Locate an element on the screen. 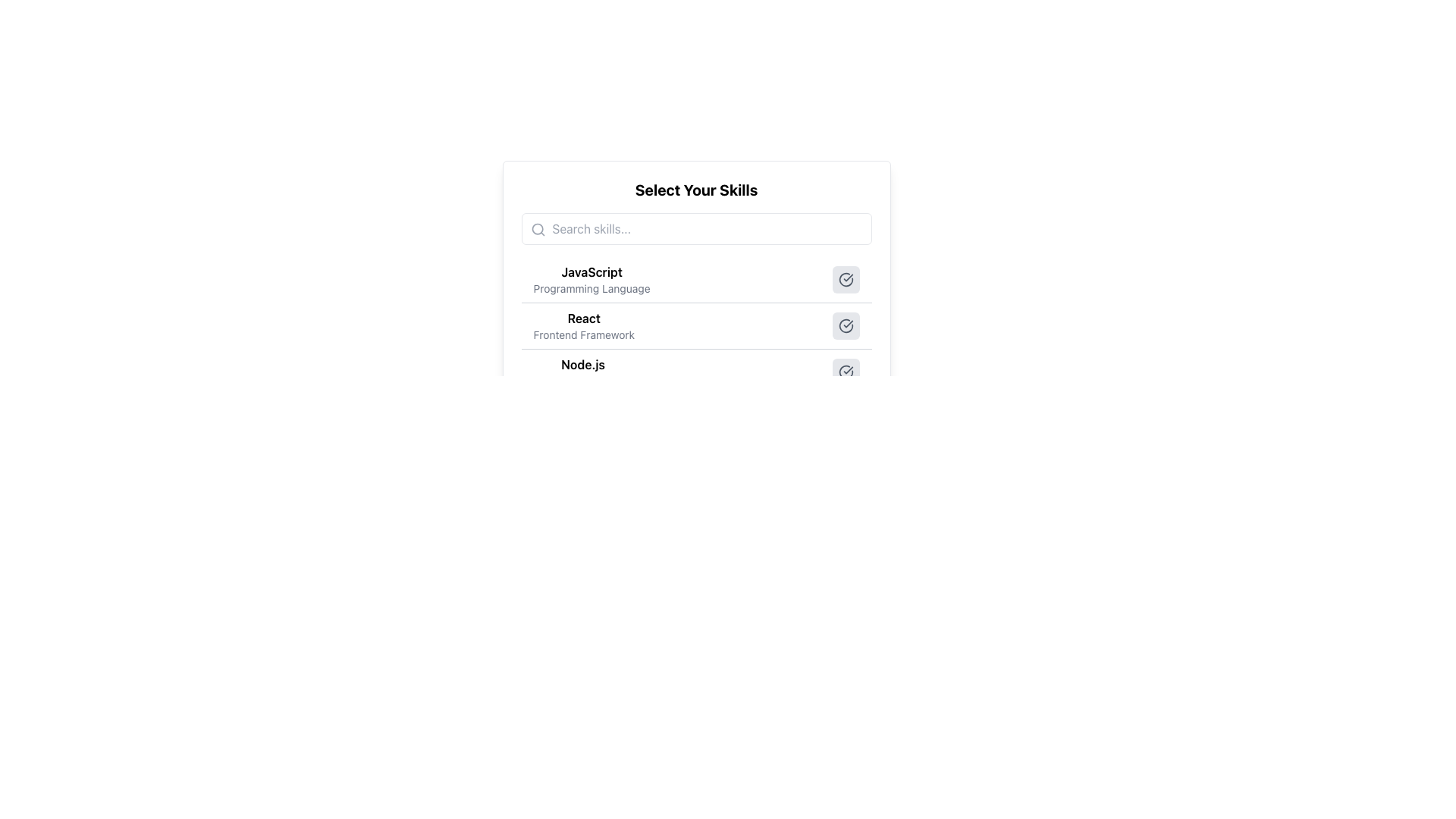 Image resolution: width=1456 pixels, height=819 pixels. the informational label titled 'React' with the subtitle 'Frontend Framework', located as the second option under the 'Select Your Skills' section is located at coordinates (583, 325).